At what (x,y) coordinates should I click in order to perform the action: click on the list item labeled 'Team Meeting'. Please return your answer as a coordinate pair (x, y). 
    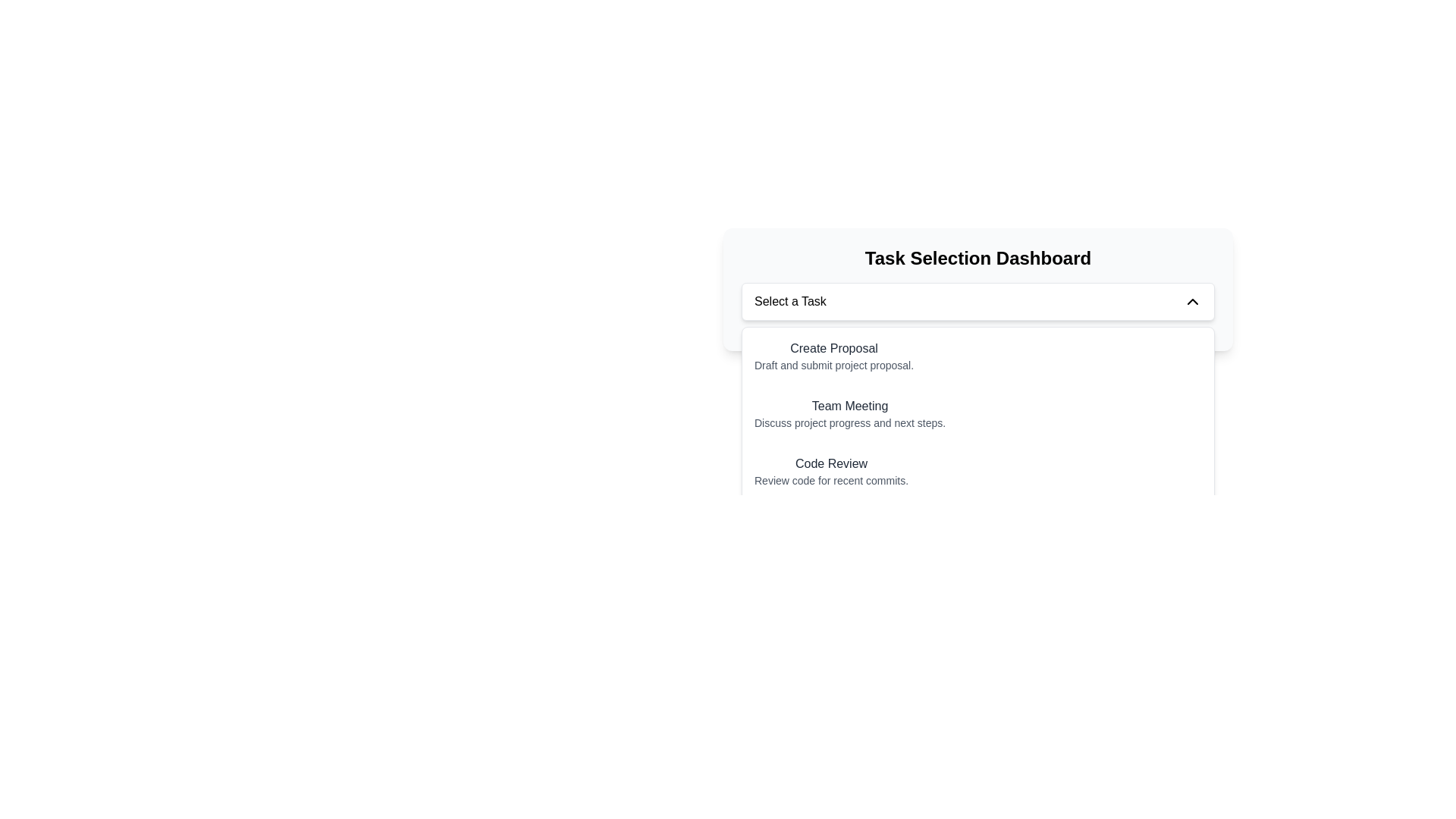
    Looking at the image, I should click on (850, 414).